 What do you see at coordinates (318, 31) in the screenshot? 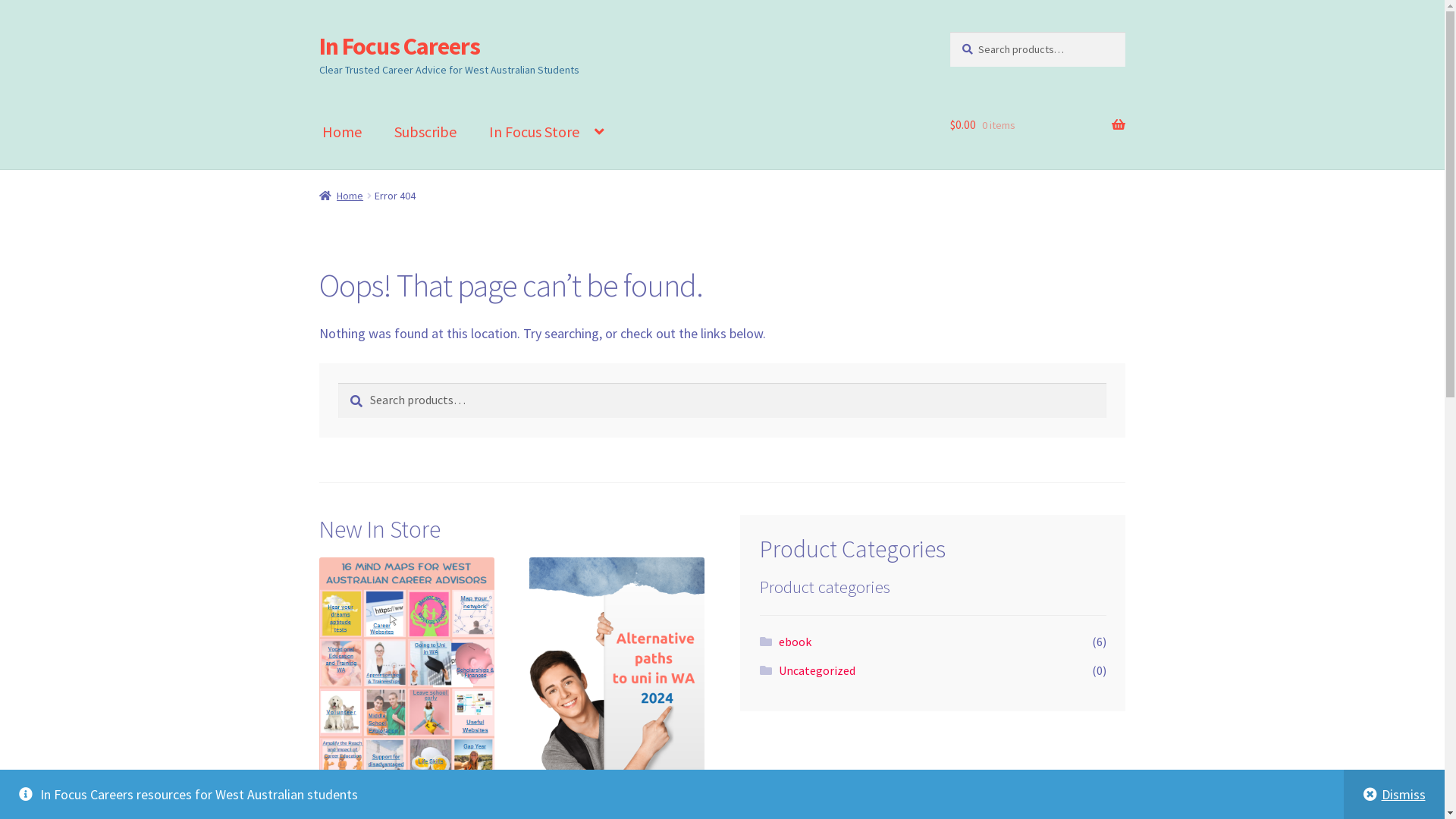
I see `'Skip to navigation'` at bounding box center [318, 31].